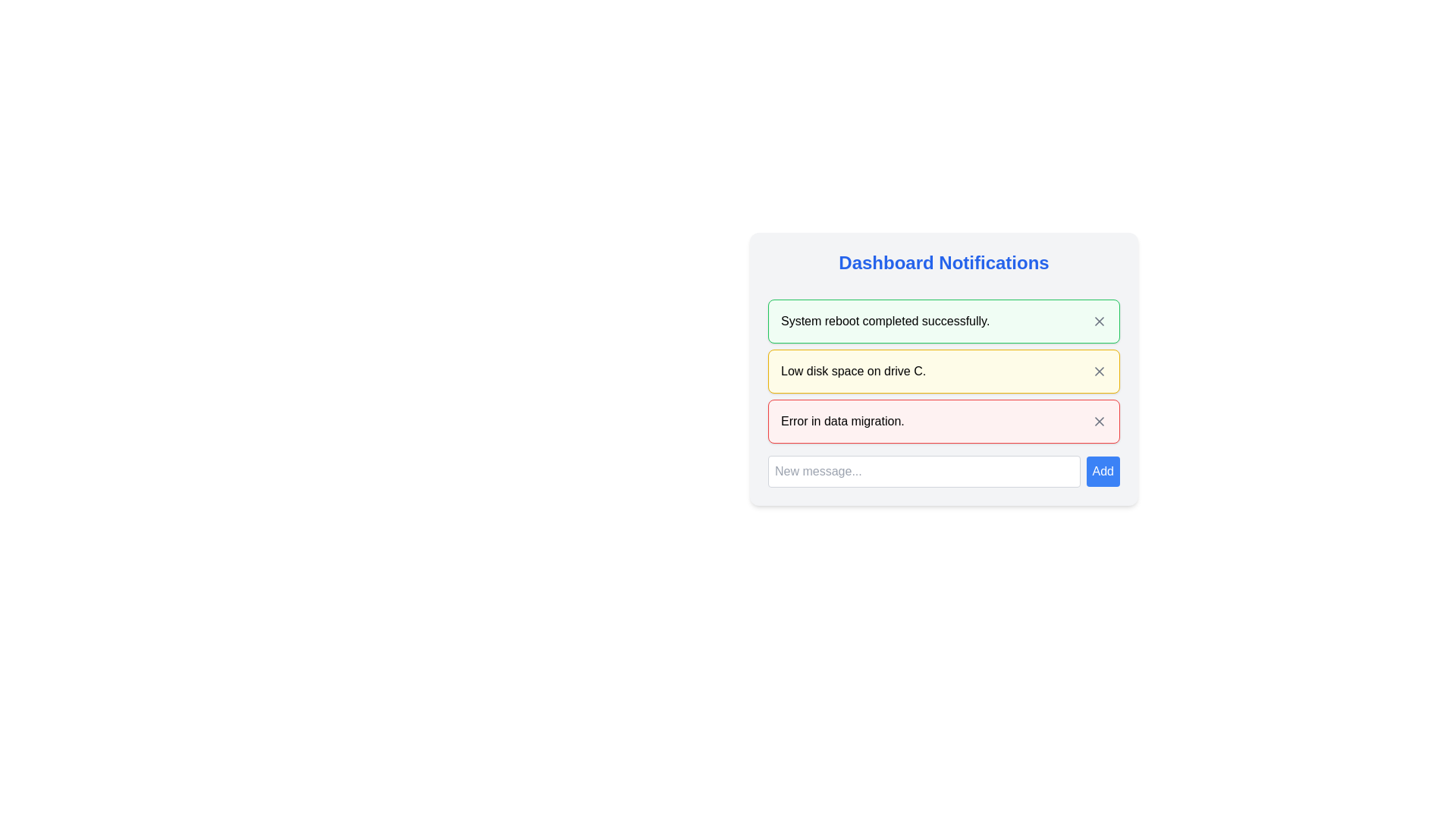  What do you see at coordinates (842, 421) in the screenshot?
I see `the text element displaying 'Error in data migration.' which is styled in black color against a light red background, located as the primary text content of the third notification block` at bounding box center [842, 421].